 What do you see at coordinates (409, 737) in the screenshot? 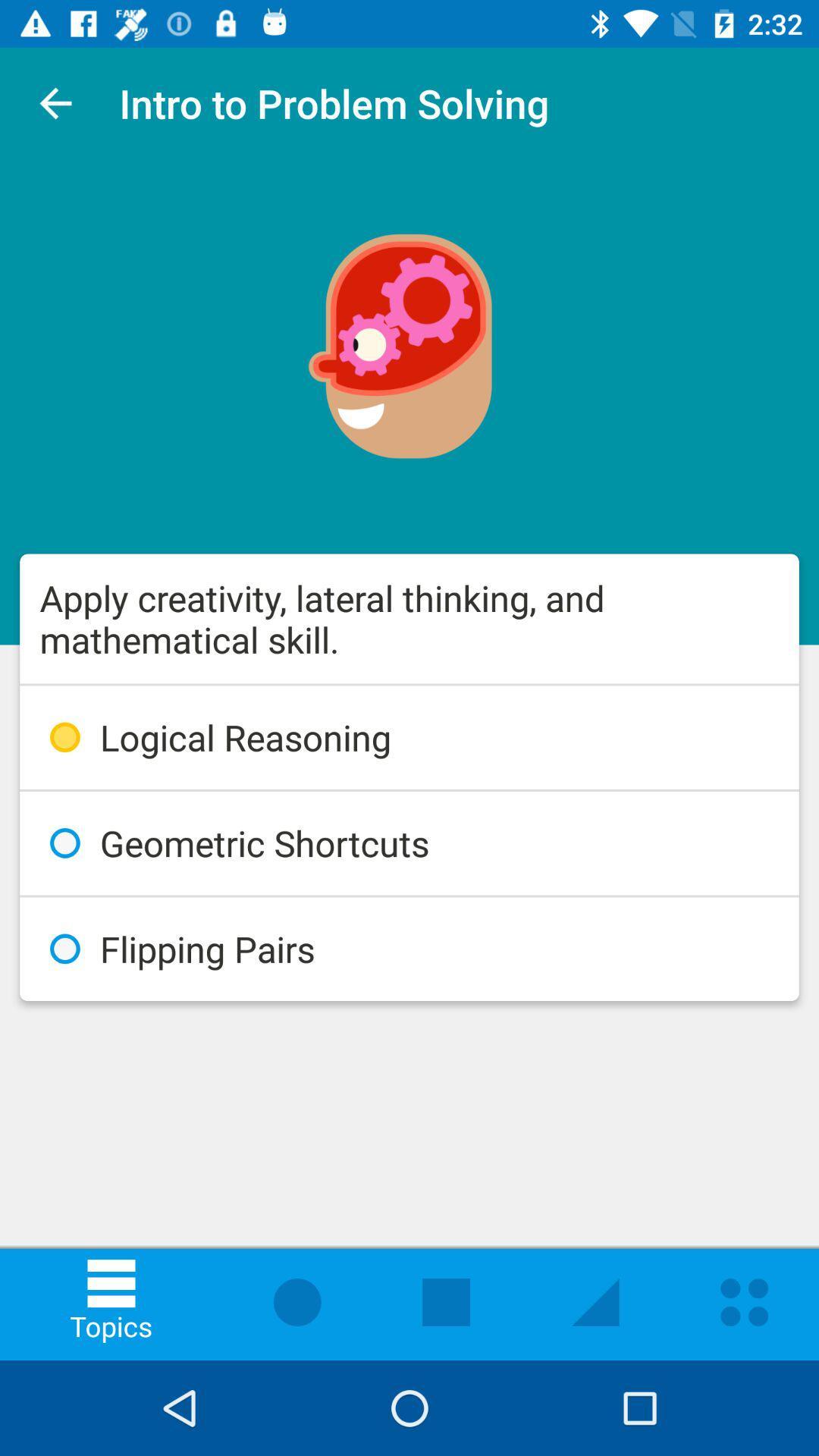
I see `logical reasoning` at bounding box center [409, 737].